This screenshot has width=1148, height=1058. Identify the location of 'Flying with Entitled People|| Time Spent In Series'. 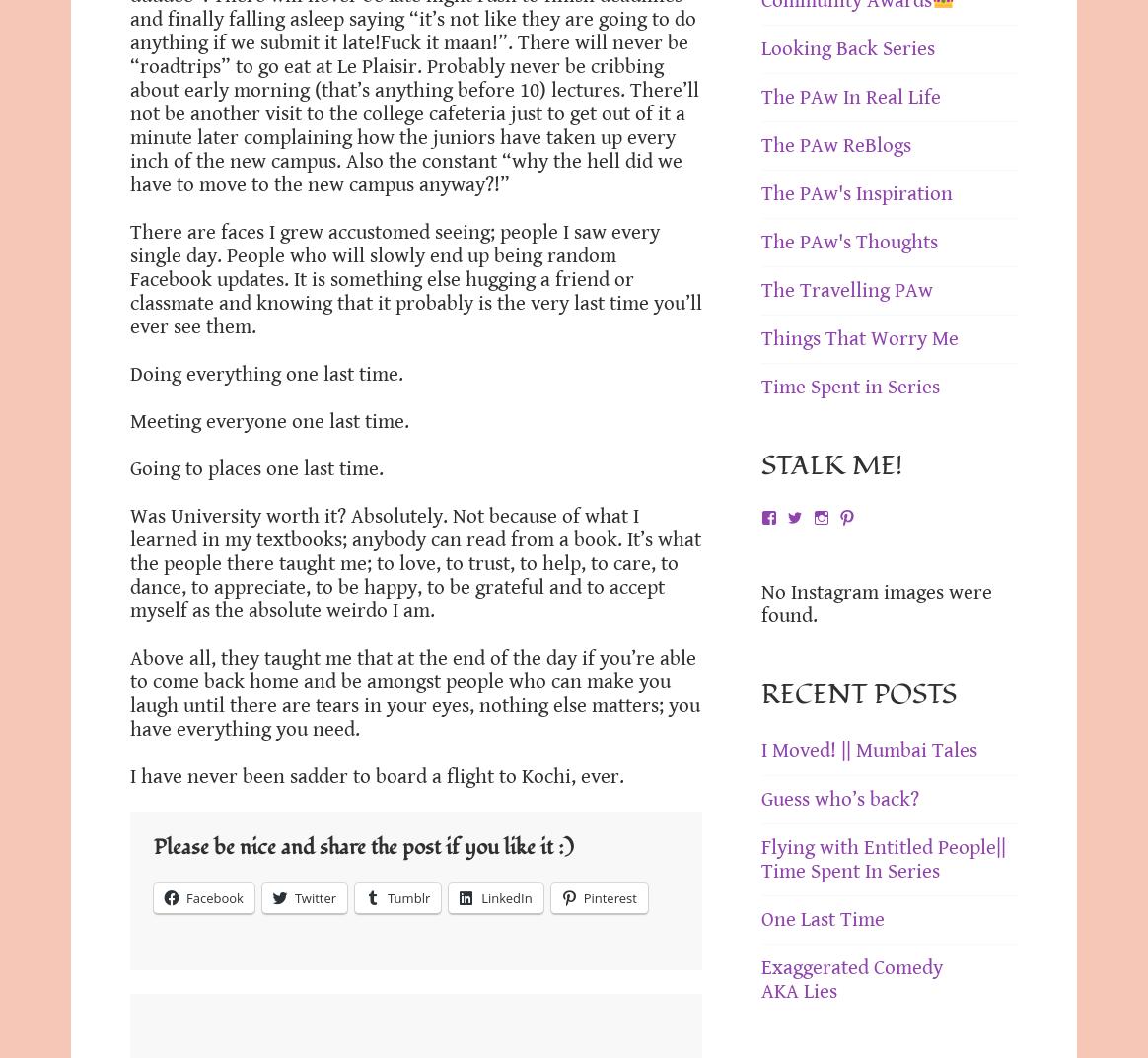
(884, 857).